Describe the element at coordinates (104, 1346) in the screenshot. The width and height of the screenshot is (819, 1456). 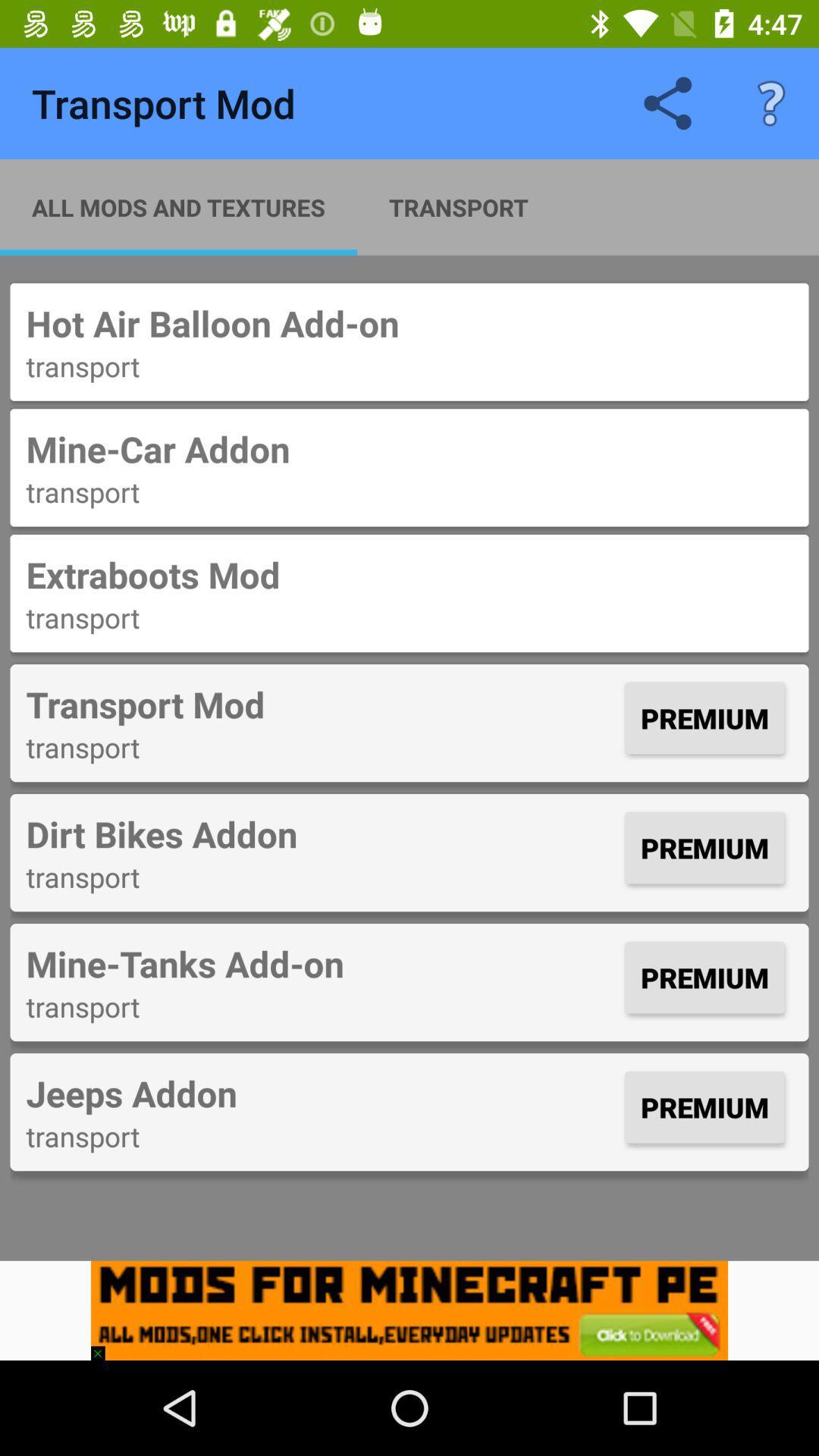
I see `the icon at the bottom left corner` at that location.